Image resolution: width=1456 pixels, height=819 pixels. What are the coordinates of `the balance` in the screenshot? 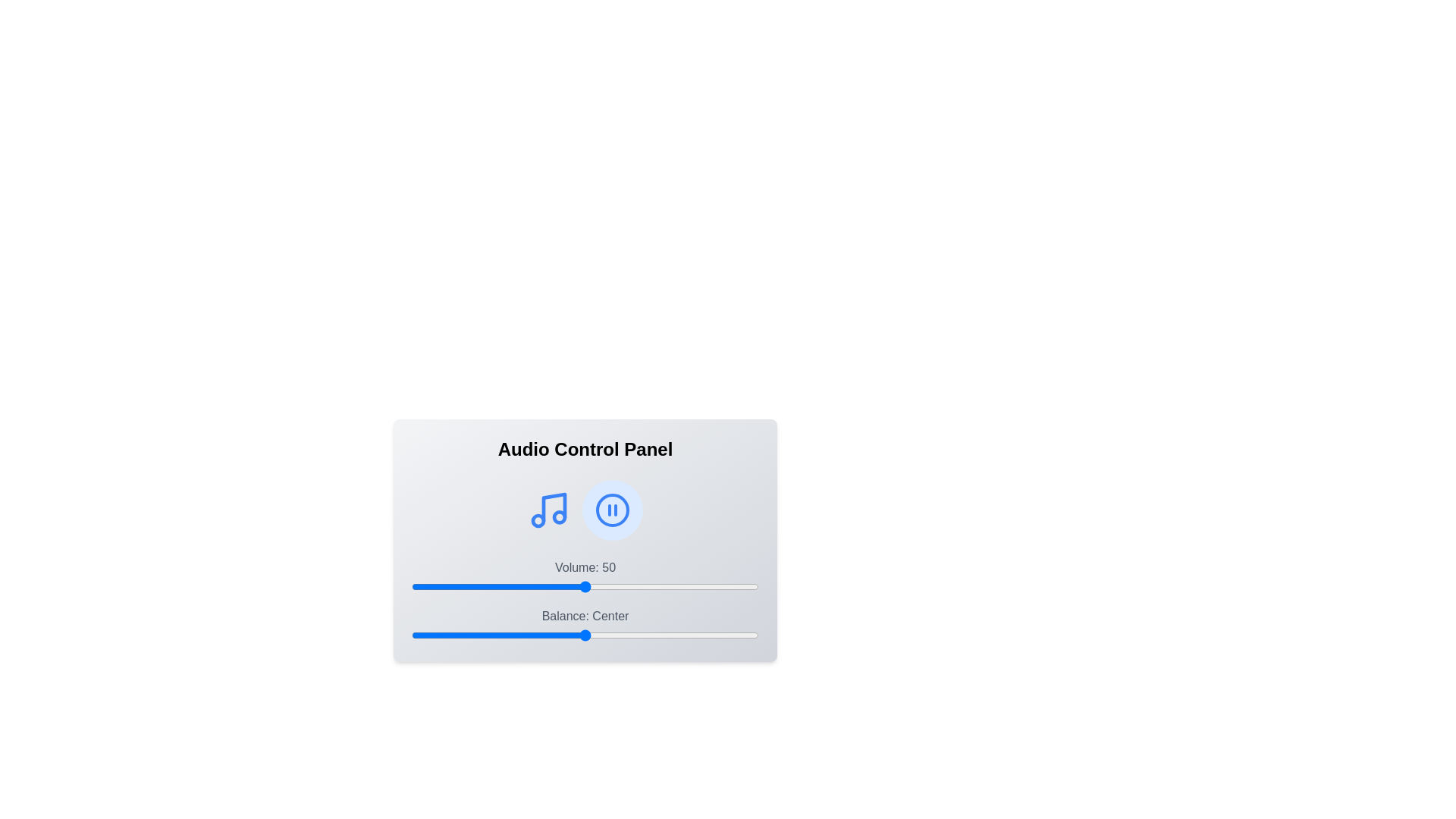 It's located at (685, 635).